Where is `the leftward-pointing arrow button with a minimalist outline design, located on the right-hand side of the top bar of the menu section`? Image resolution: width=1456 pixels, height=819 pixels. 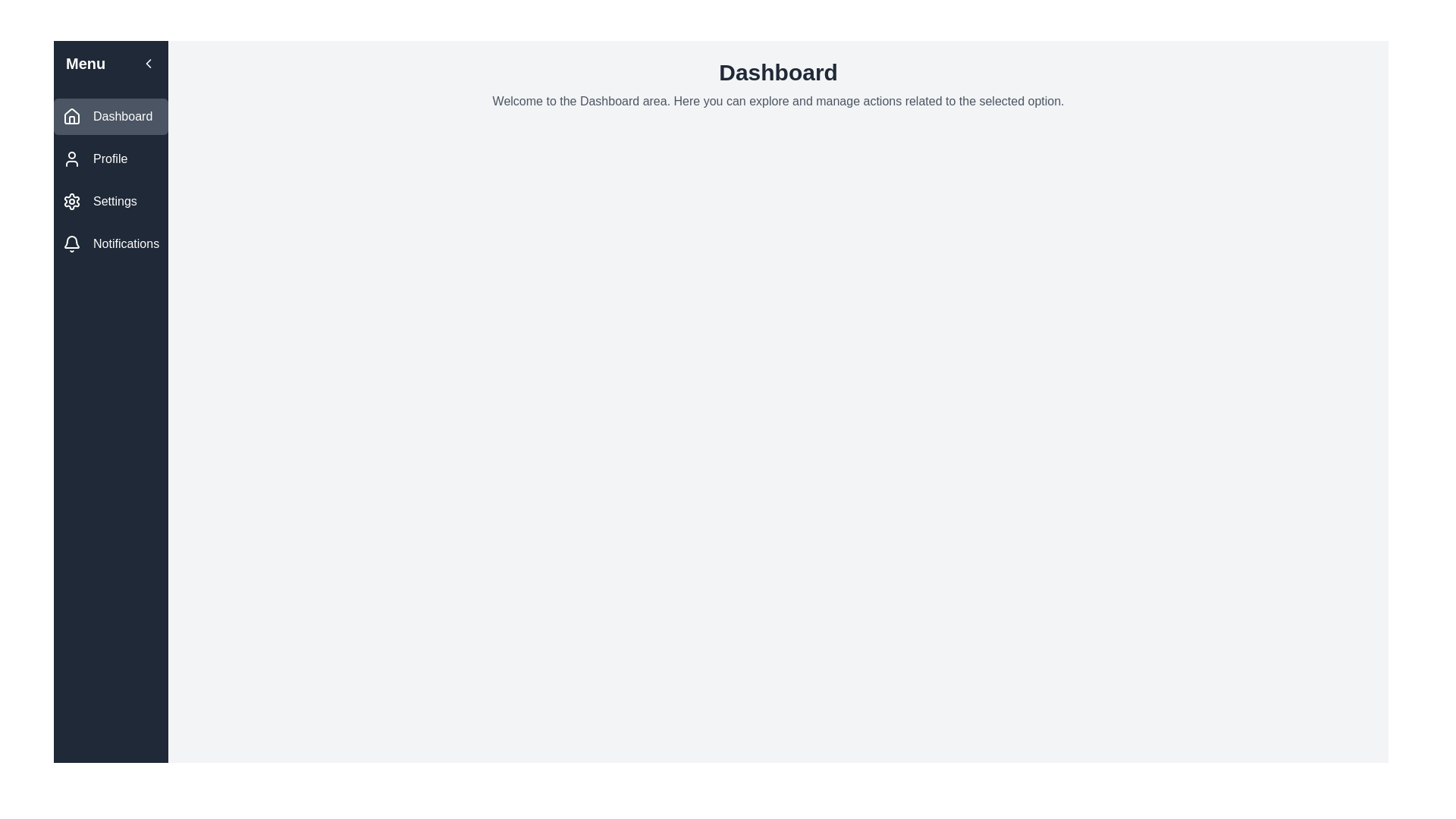
the leftward-pointing arrow button with a minimalist outline design, located on the right-hand side of the top bar of the menu section is located at coordinates (149, 63).